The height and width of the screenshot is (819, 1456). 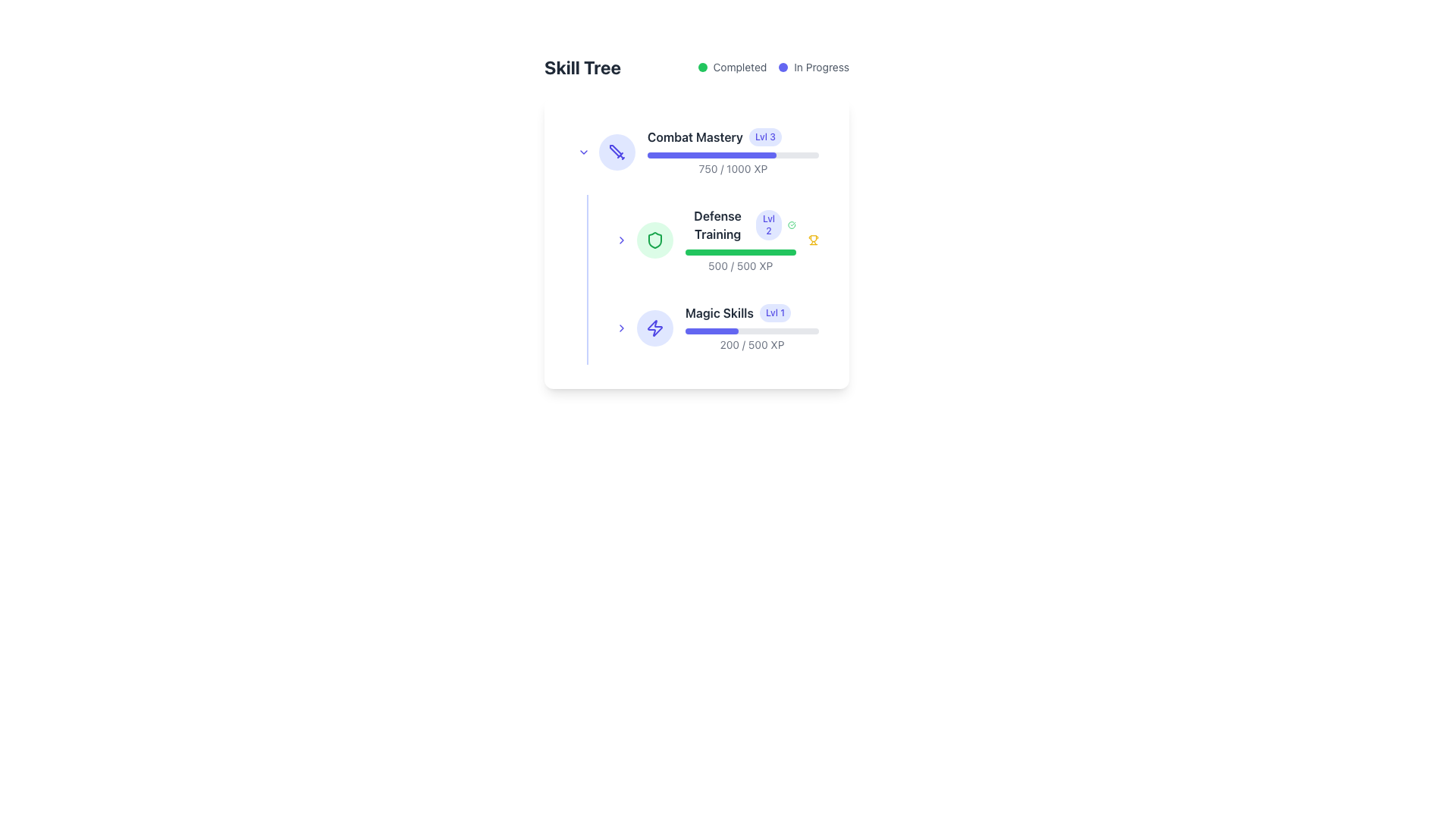 I want to click on the Text Component displaying '500 / 500 XP' located under the progress bar in the 'Defense Training' section of the skill tree card, so click(x=740, y=265).